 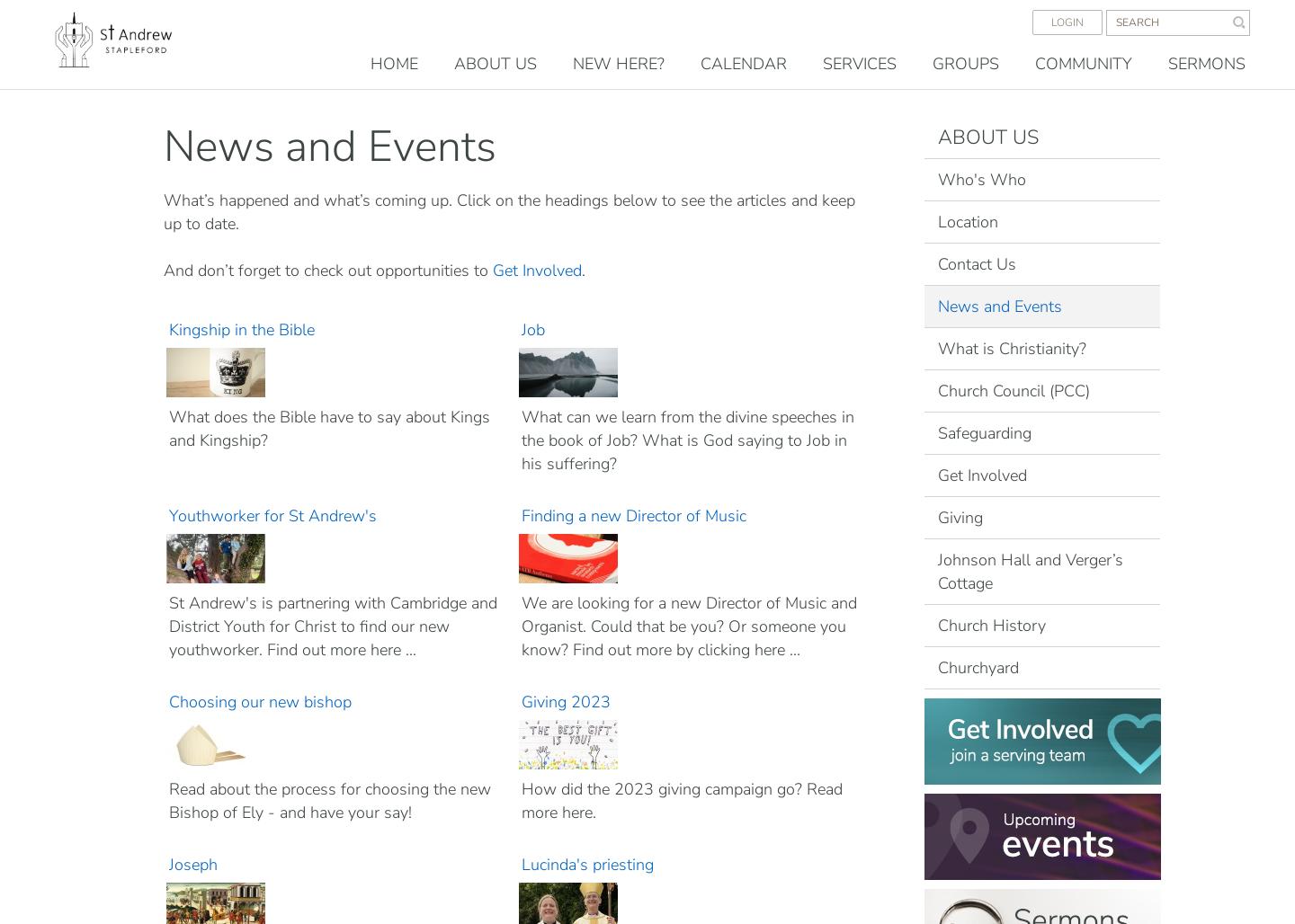 I want to click on 'Services', so click(x=860, y=63).